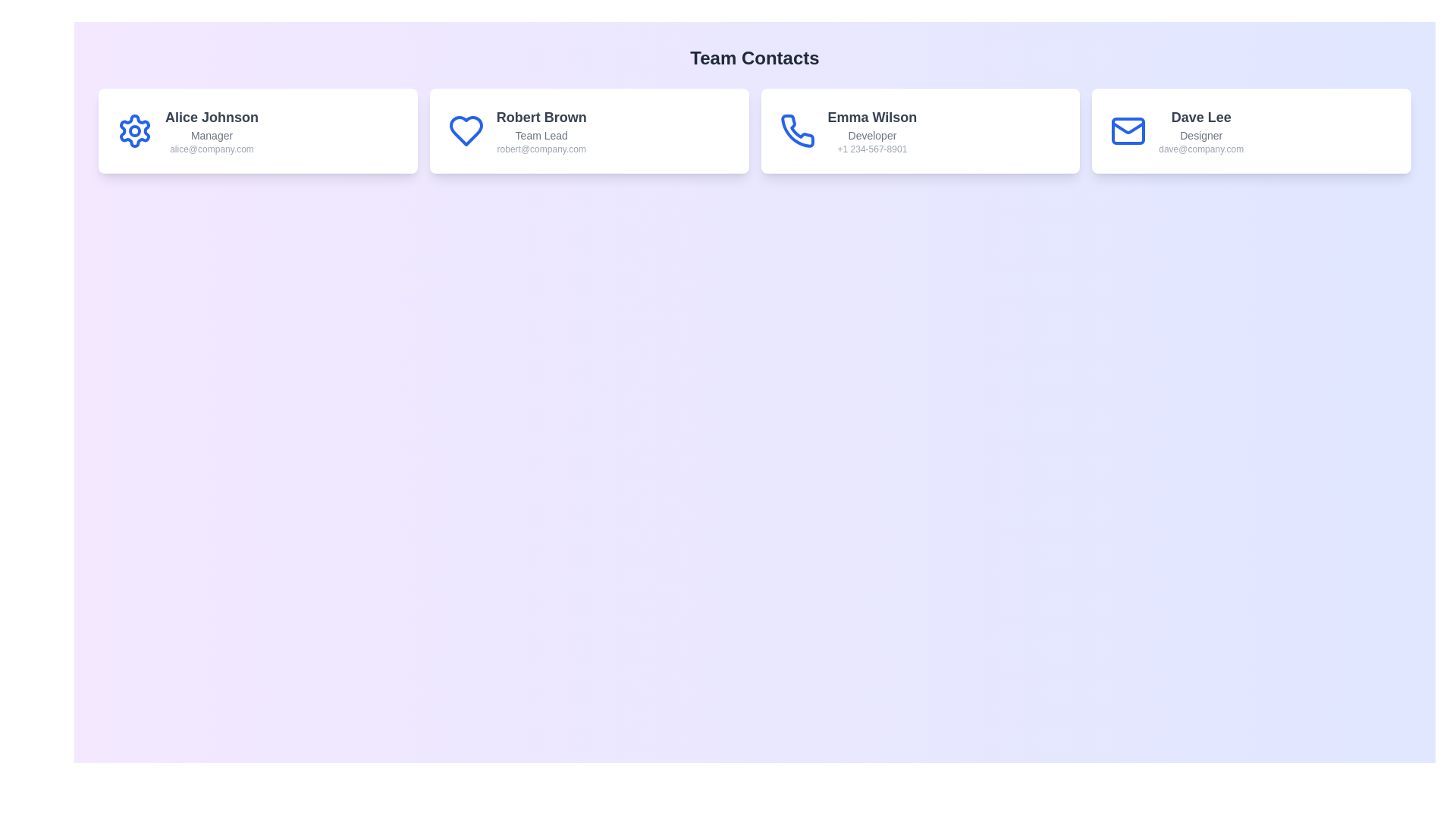  Describe the element at coordinates (211, 149) in the screenshot. I see `the text label displaying Alice Johnson's email address located at the bottom of the user information card` at that location.